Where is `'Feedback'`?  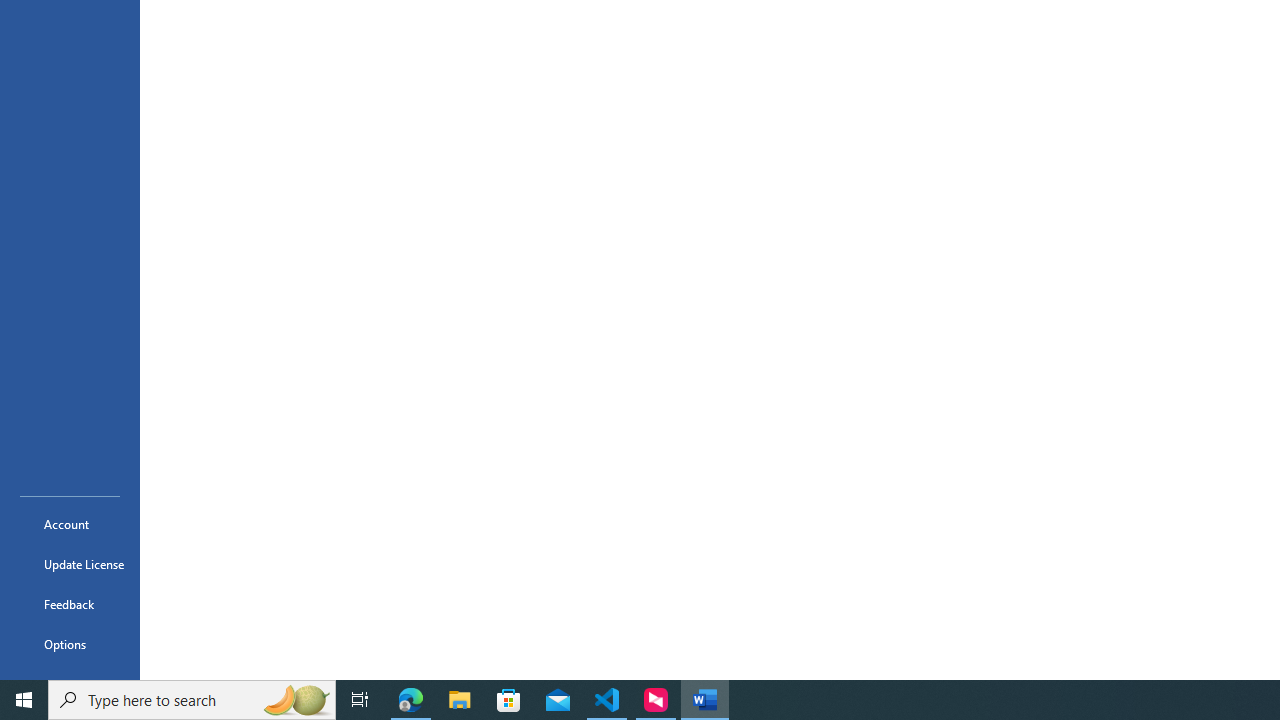 'Feedback' is located at coordinates (69, 603).